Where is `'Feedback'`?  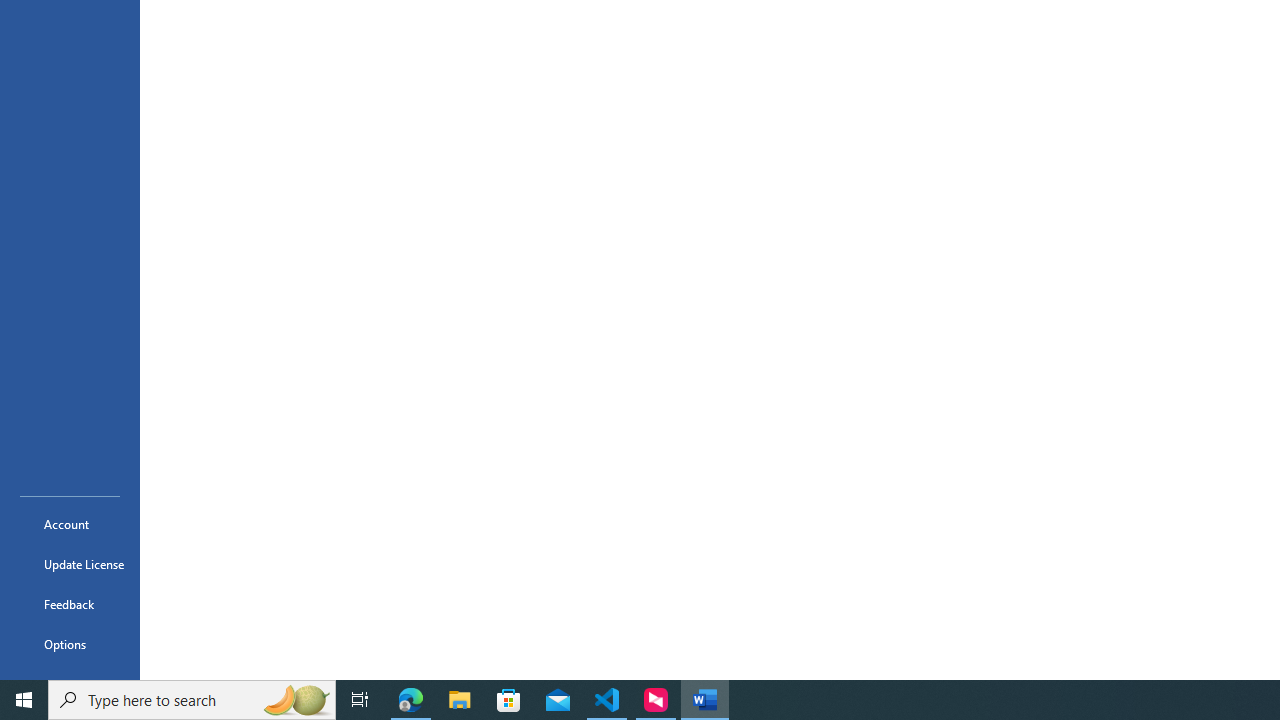 'Feedback' is located at coordinates (69, 603).